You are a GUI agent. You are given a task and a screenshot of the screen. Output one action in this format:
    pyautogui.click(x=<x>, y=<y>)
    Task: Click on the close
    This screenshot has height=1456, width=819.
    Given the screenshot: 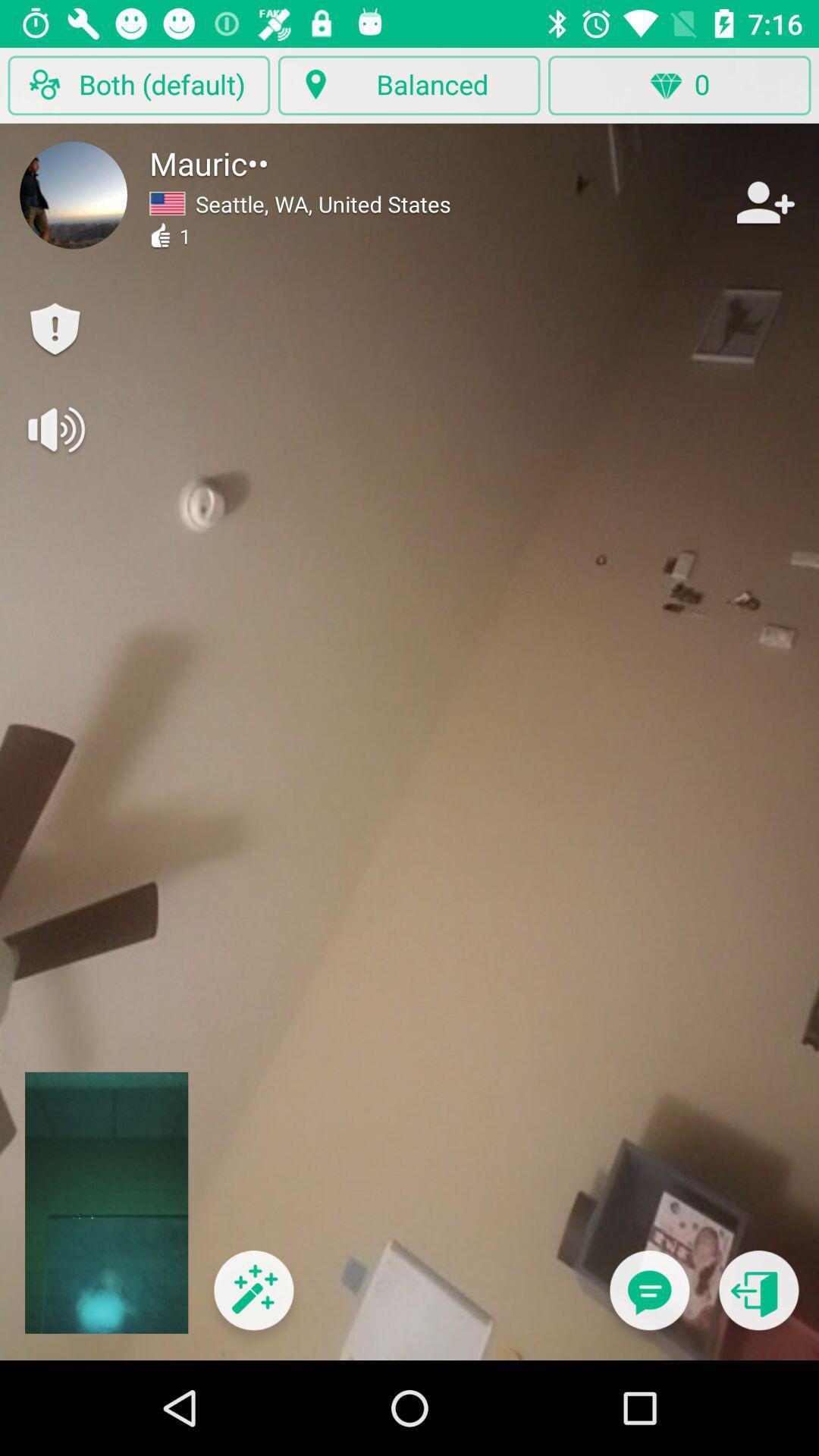 What is the action you would take?
    pyautogui.click(x=758, y=1299)
    